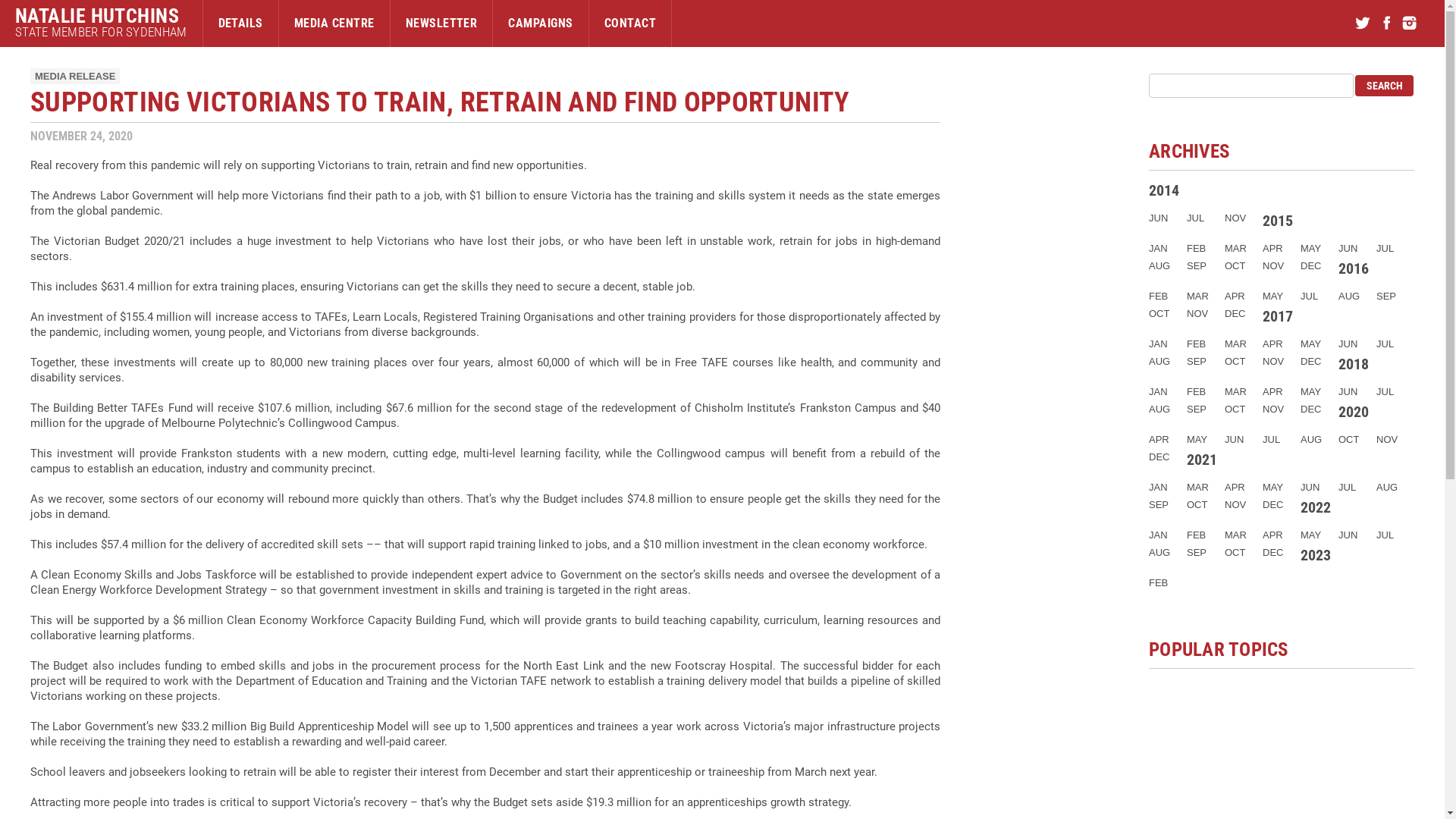  What do you see at coordinates (1235, 247) in the screenshot?
I see `'MAR'` at bounding box center [1235, 247].